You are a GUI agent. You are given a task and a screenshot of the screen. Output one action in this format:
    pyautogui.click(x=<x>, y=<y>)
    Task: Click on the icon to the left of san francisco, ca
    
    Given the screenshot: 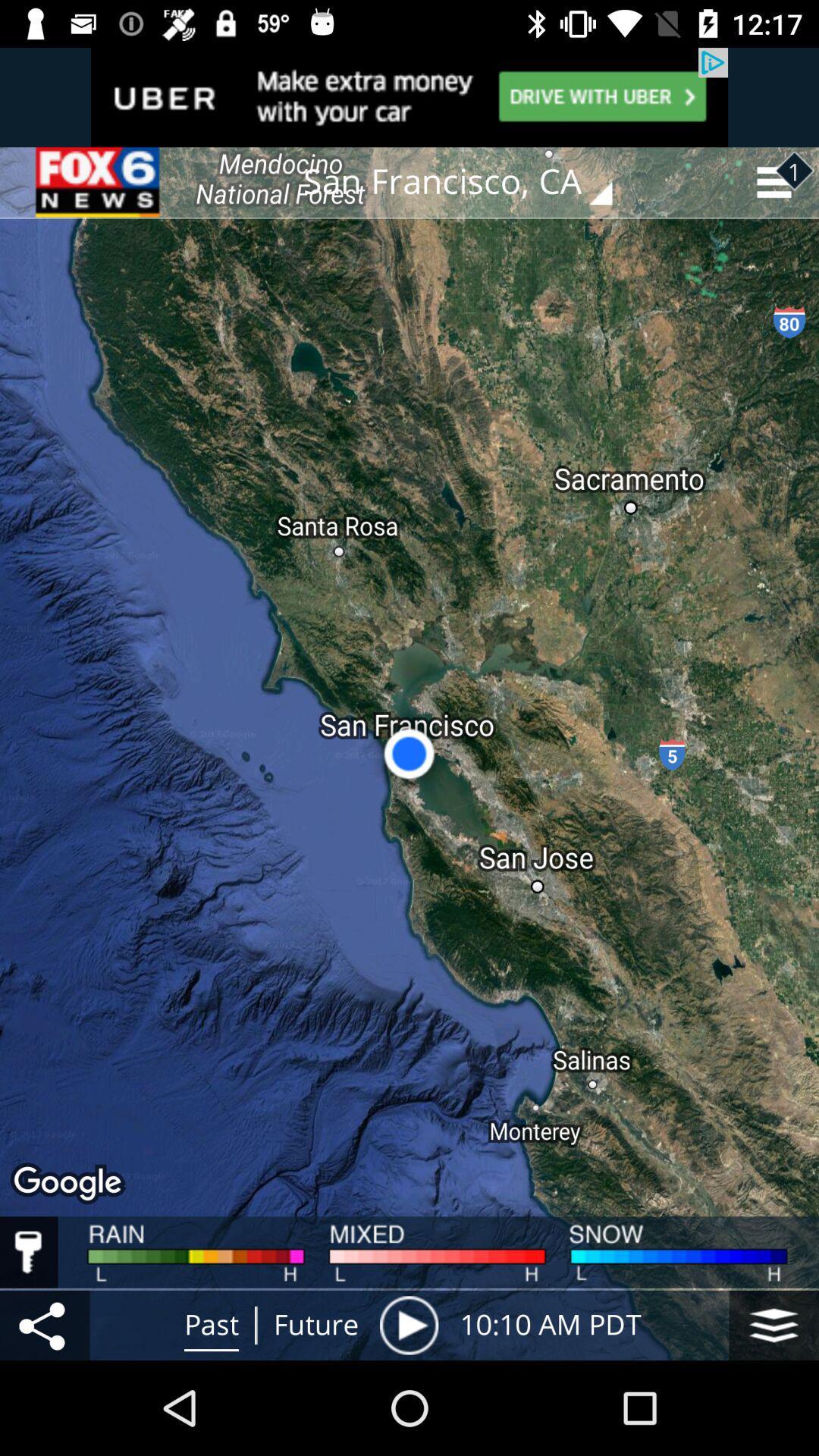 What is the action you would take?
    pyautogui.click(x=99, y=182)
    